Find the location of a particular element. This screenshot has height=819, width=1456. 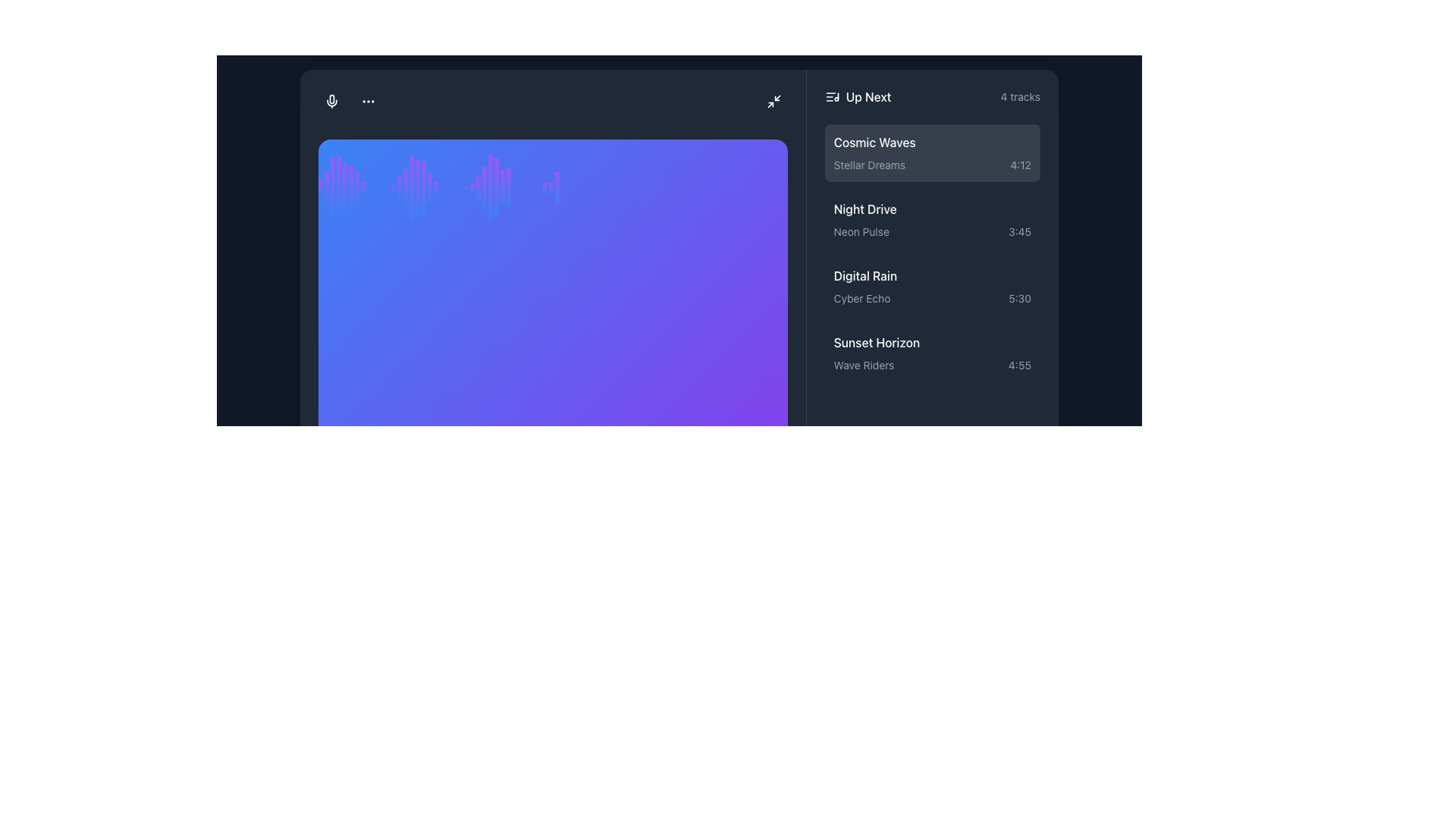

the 'Cosmic Waves' text label, which is displayed in bold white font on a dark background, located at the top of the highlighted list on the right-hand side of the interface for navigation or information is located at coordinates (874, 142).